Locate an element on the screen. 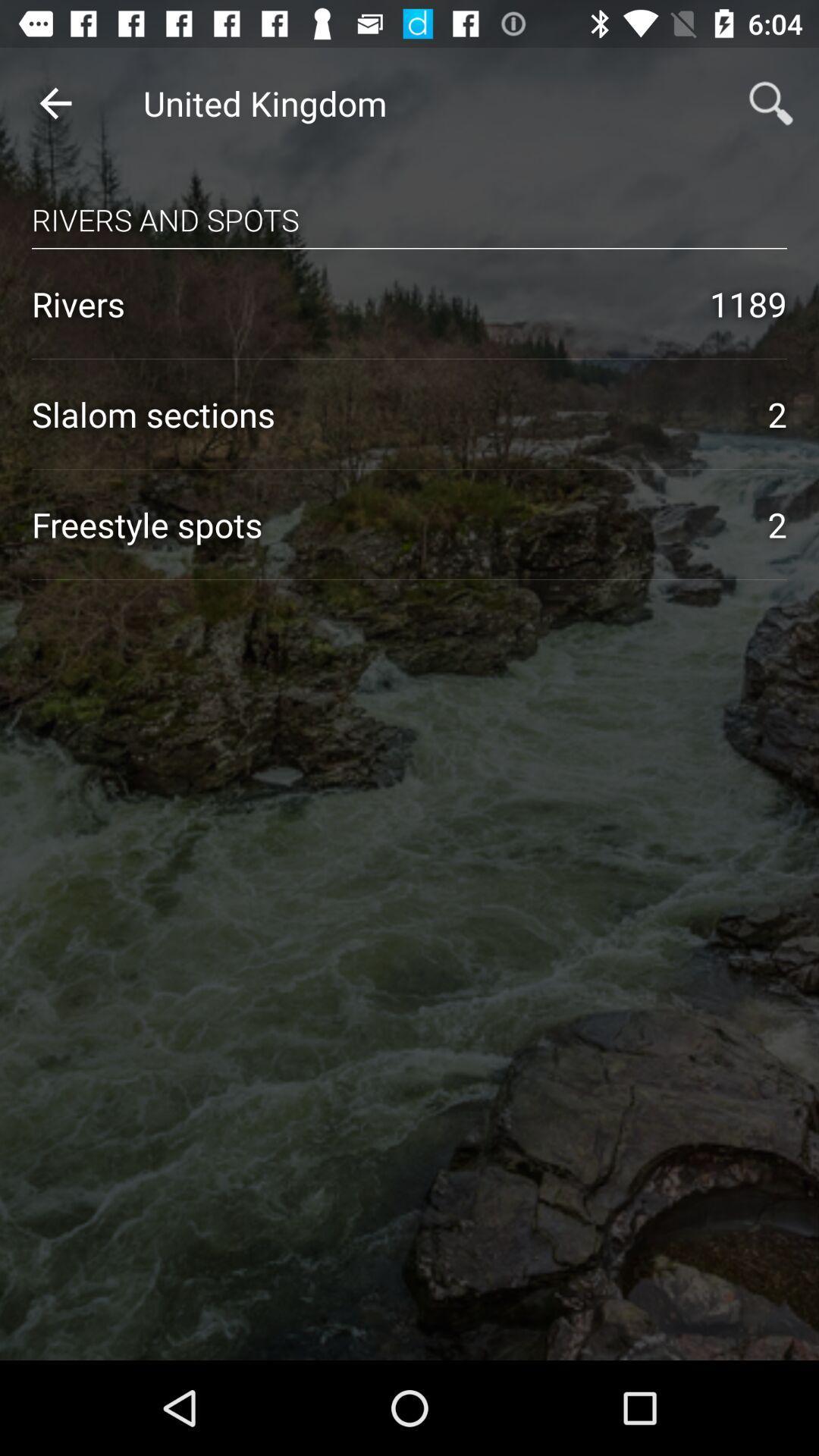 The width and height of the screenshot is (819, 1456). item below the rivers and spots icon is located at coordinates (409, 248).